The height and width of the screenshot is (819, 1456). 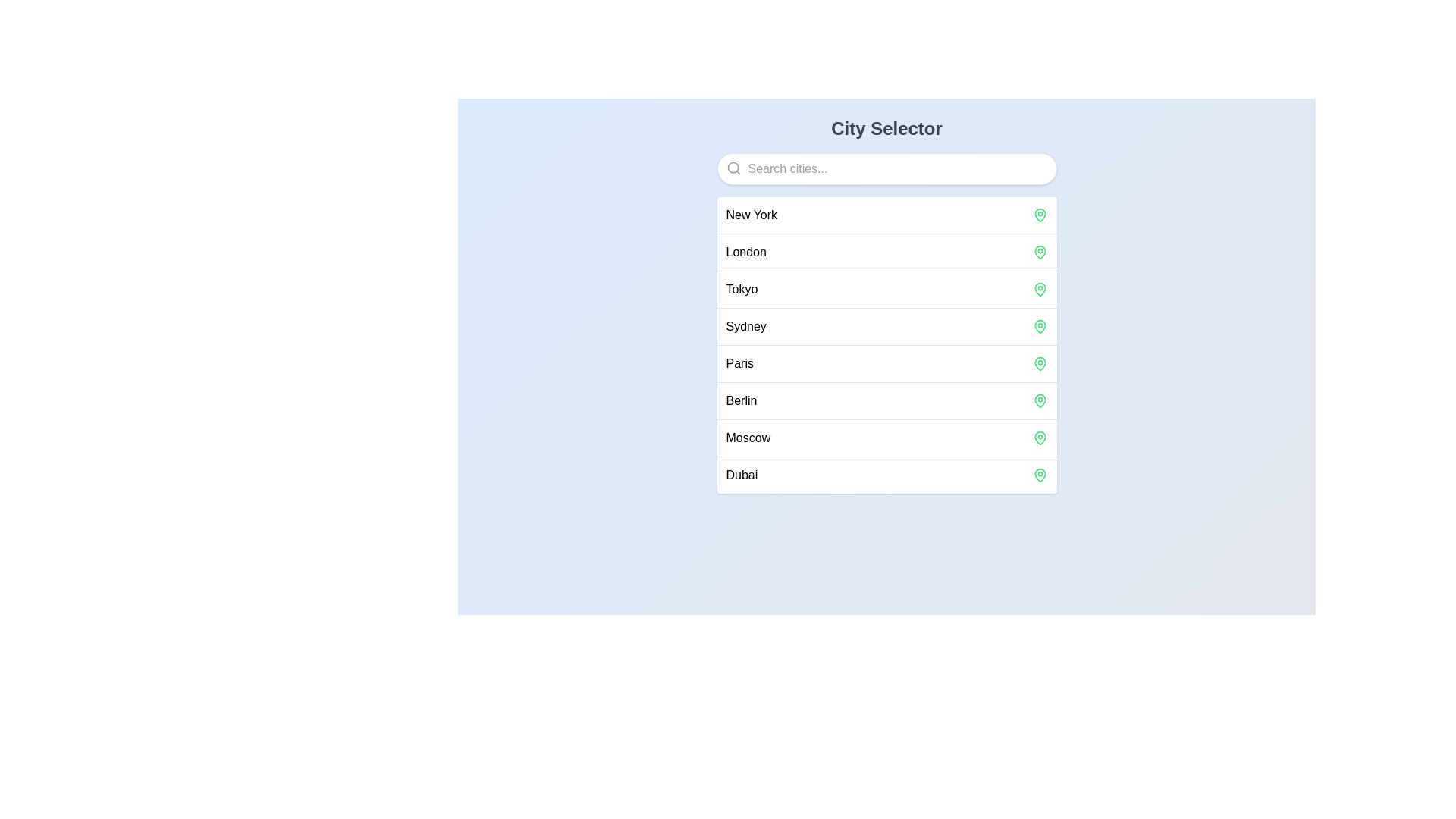 What do you see at coordinates (886, 215) in the screenshot?
I see `the interactive list item for the city 'New York'` at bounding box center [886, 215].